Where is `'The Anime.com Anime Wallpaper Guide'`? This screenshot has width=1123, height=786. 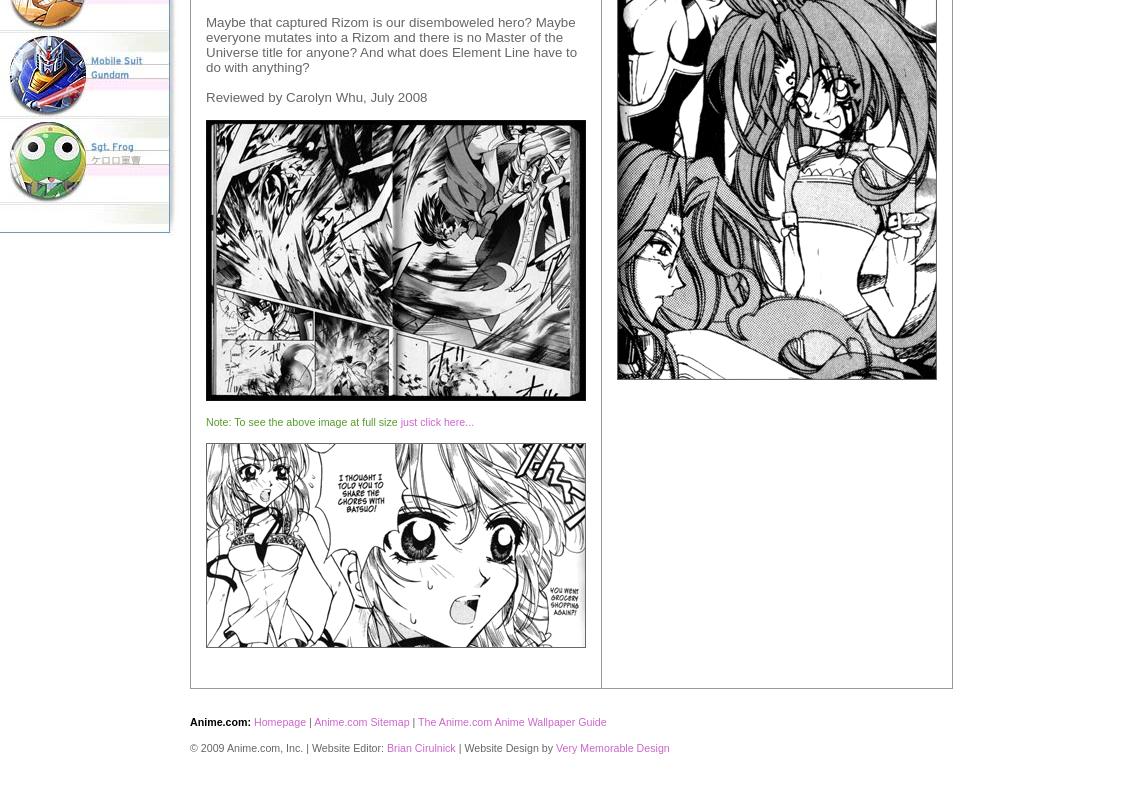
'The Anime.com Anime Wallpaper Guide' is located at coordinates (510, 720).